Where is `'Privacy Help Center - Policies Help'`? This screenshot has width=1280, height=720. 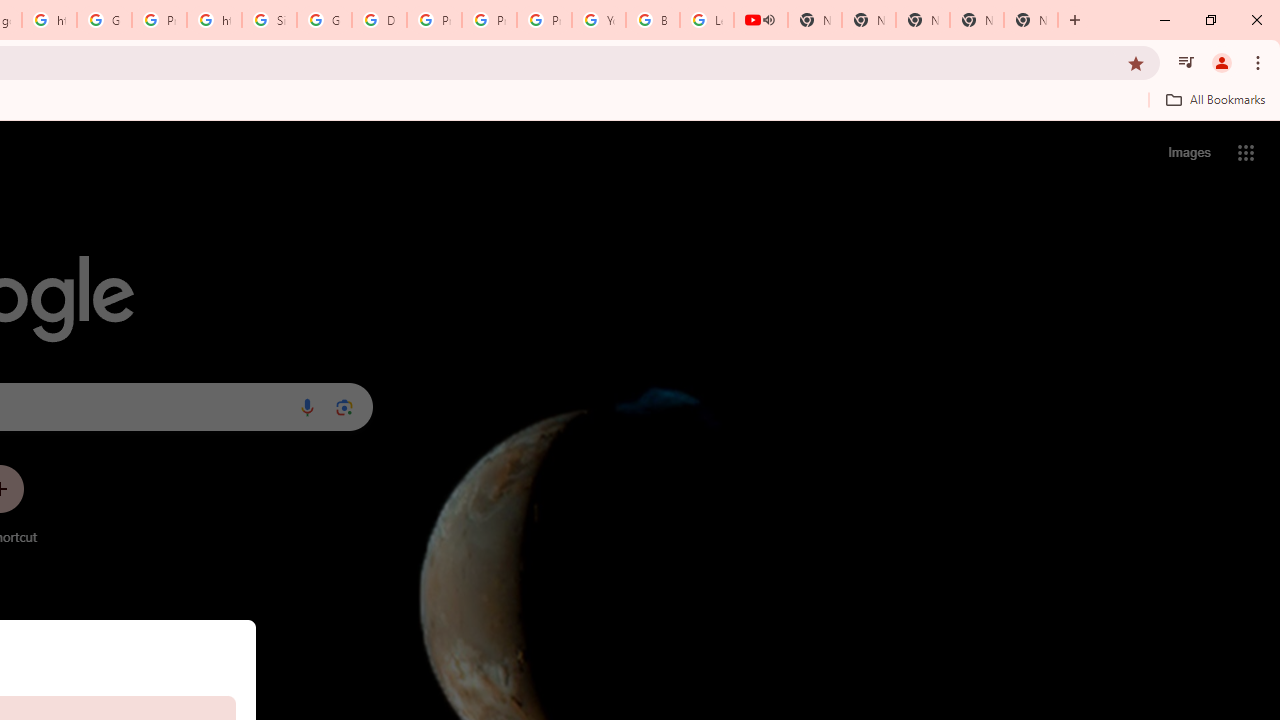 'Privacy Help Center - Policies Help' is located at coordinates (433, 20).